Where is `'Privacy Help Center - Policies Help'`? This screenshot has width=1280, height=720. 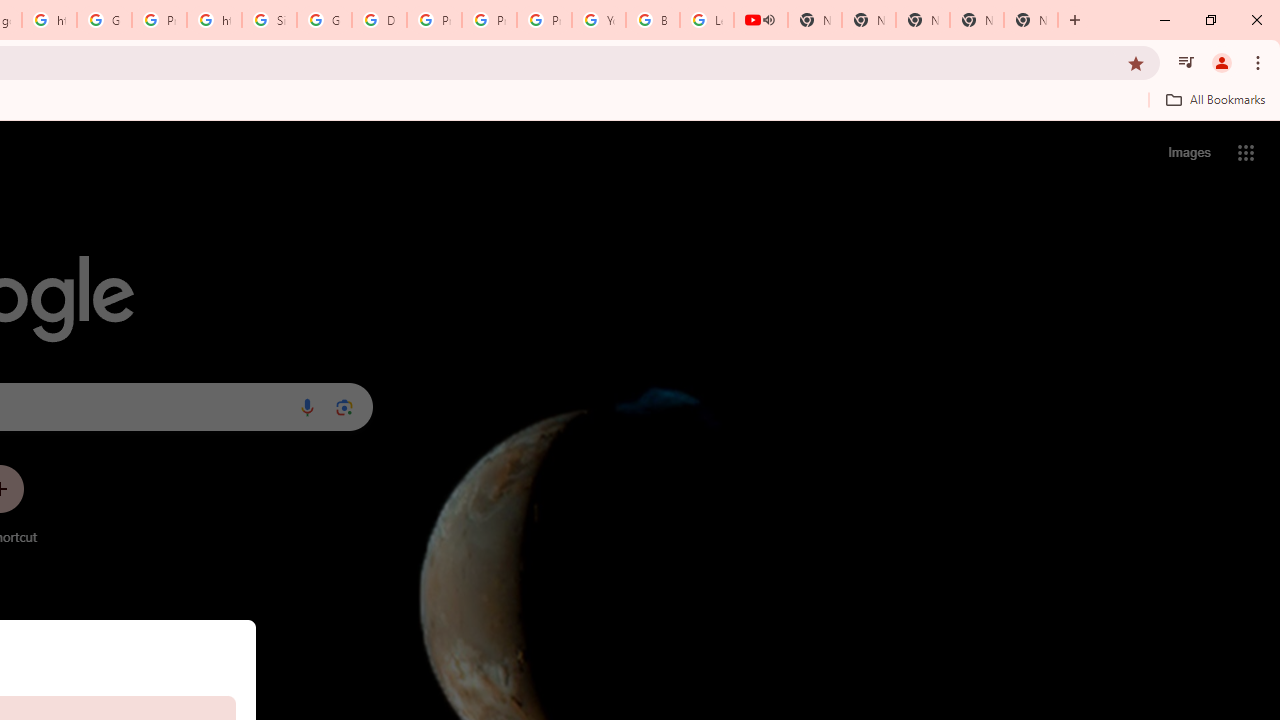 'Privacy Help Center - Policies Help' is located at coordinates (433, 20).